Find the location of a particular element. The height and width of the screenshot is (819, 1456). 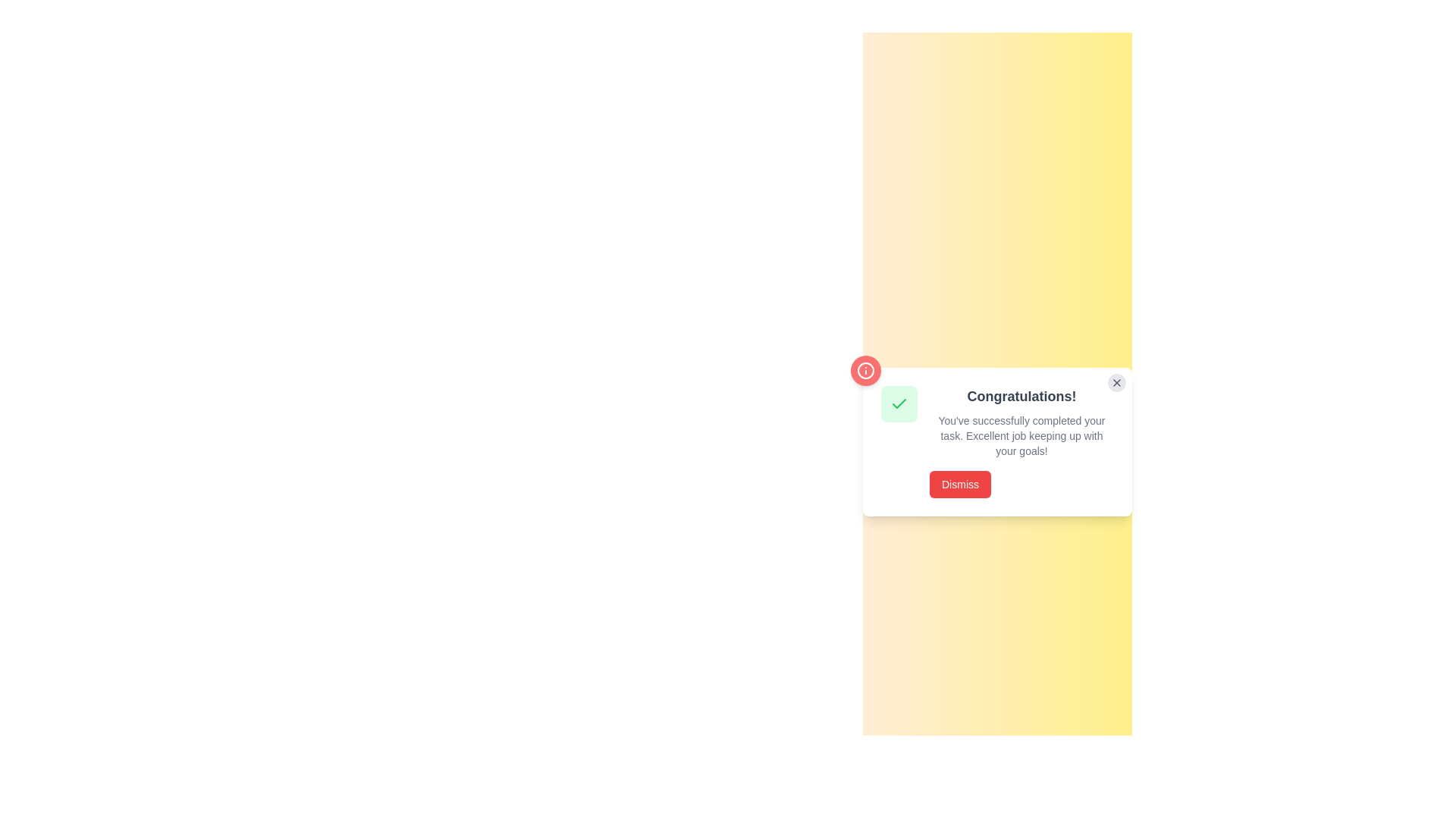

the 'X' shaped Close Icon, which is located at the top-right corner of the notification card is located at coordinates (1117, 382).